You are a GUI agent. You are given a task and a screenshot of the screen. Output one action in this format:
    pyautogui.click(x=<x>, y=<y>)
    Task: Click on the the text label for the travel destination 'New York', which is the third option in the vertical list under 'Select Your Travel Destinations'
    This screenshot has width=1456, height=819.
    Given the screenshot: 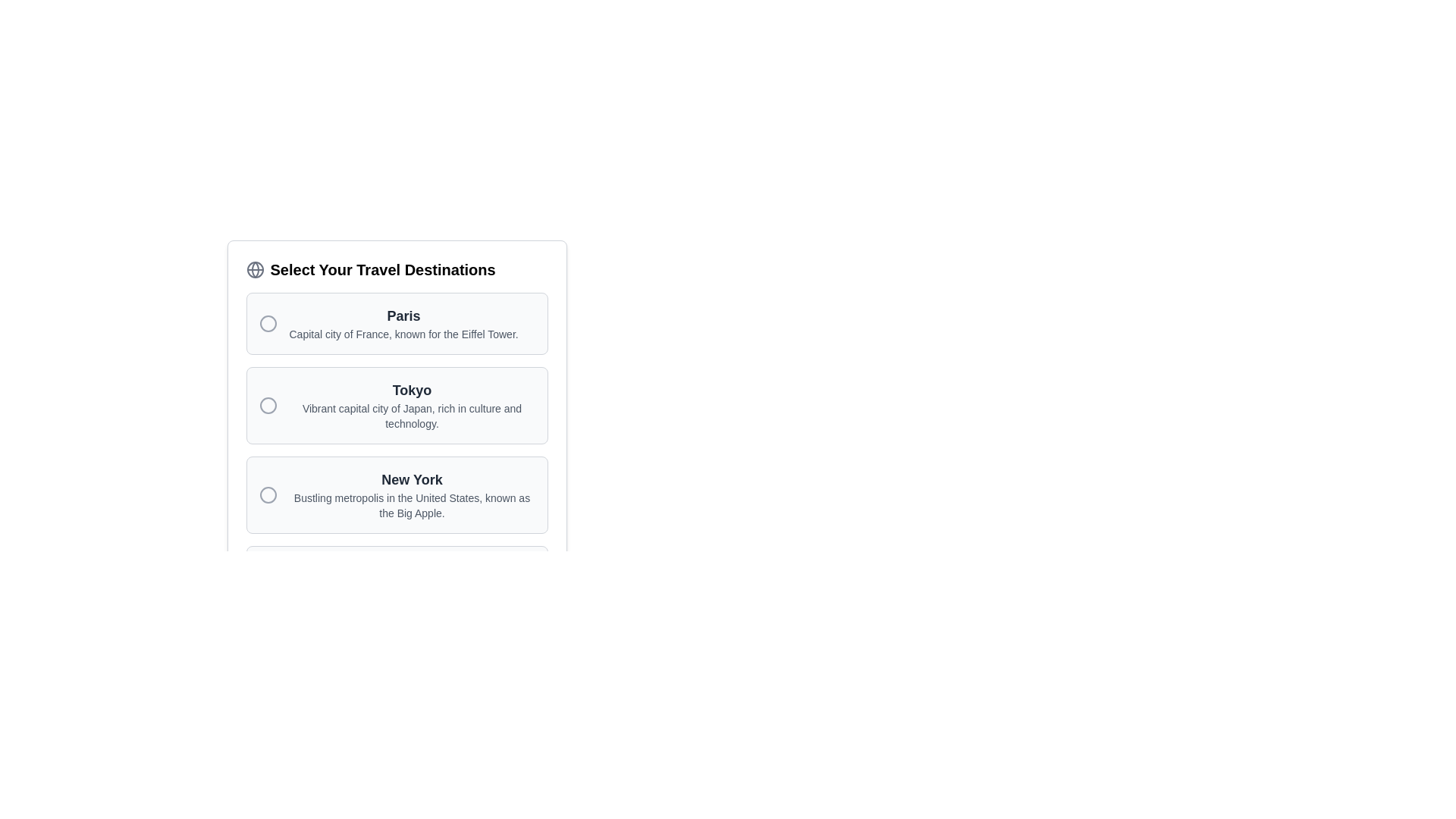 What is the action you would take?
    pyautogui.click(x=412, y=494)
    